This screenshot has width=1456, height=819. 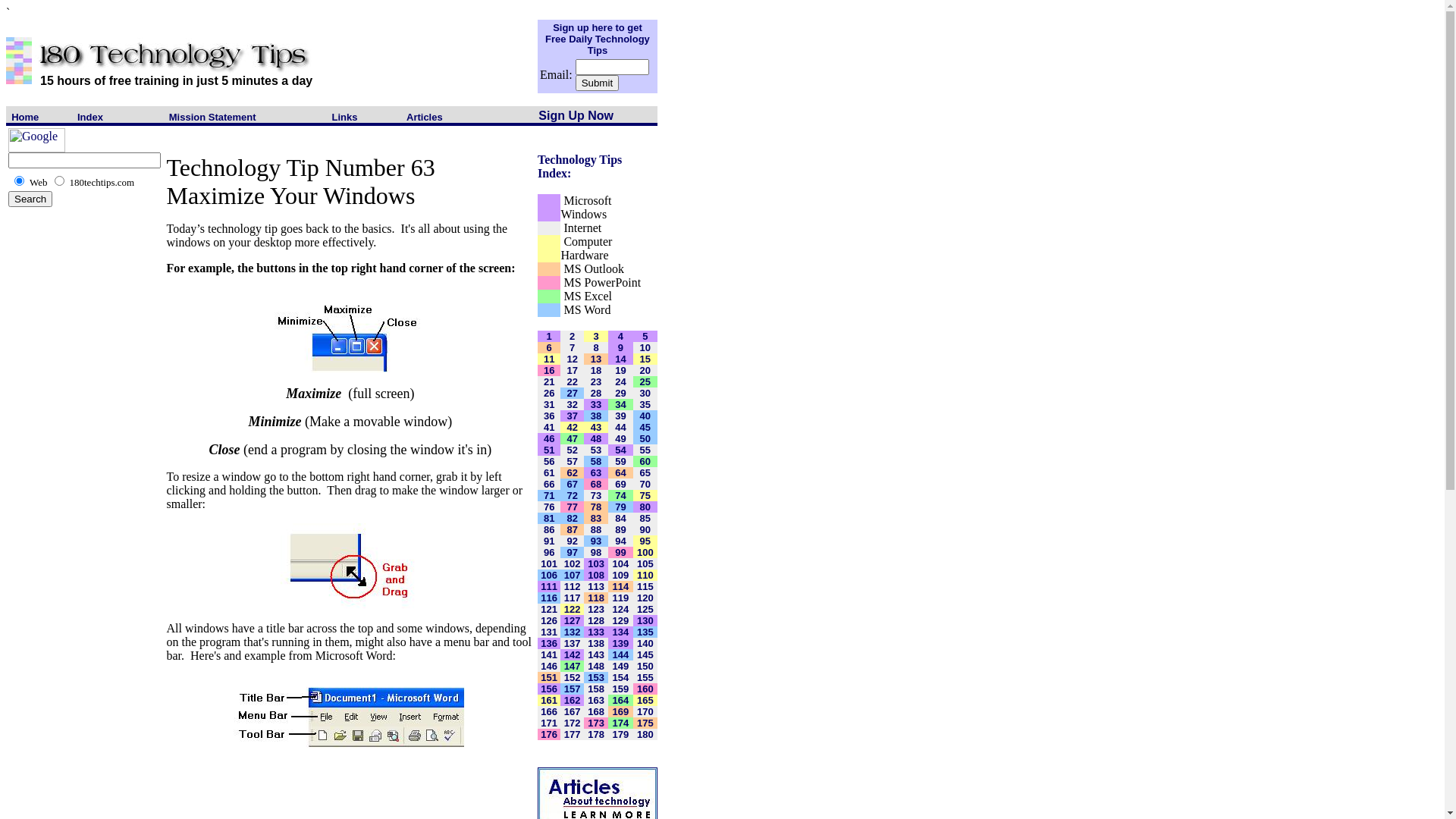 I want to click on '77', so click(x=570, y=507).